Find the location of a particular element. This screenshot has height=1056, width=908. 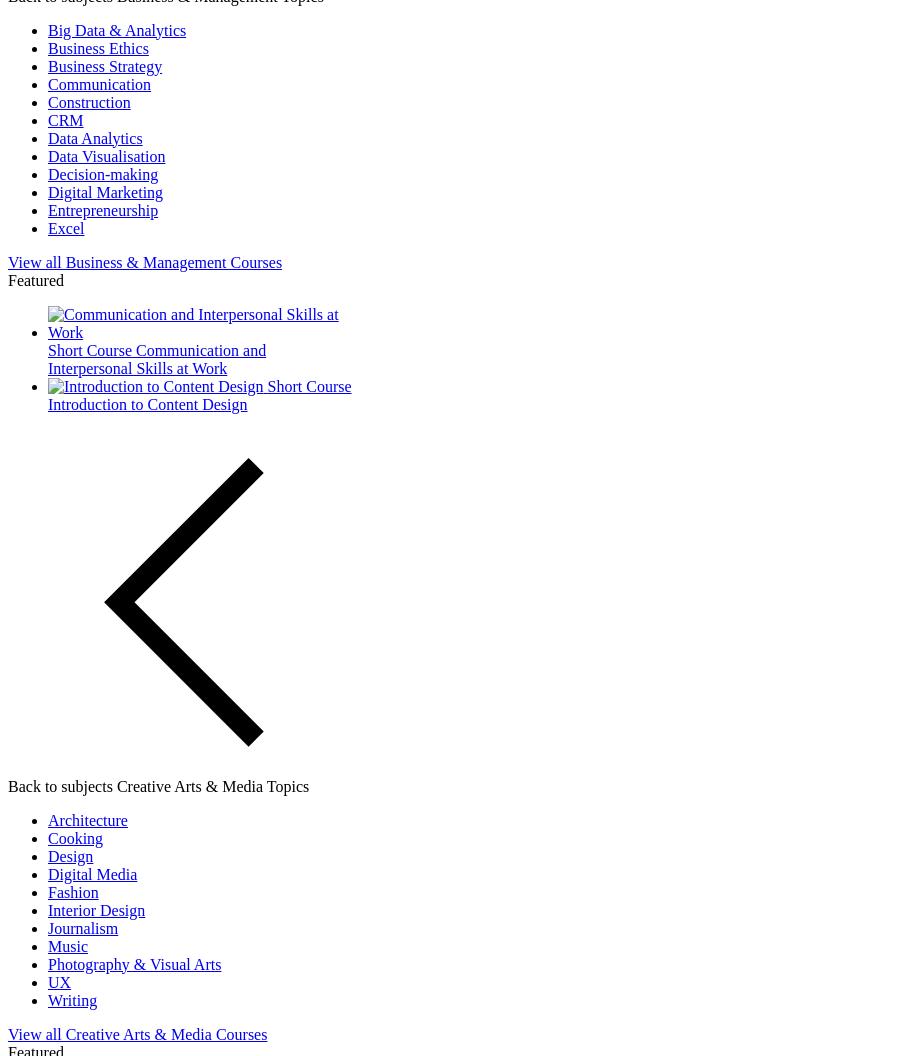

'Introduction to Content Design' is located at coordinates (147, 403).